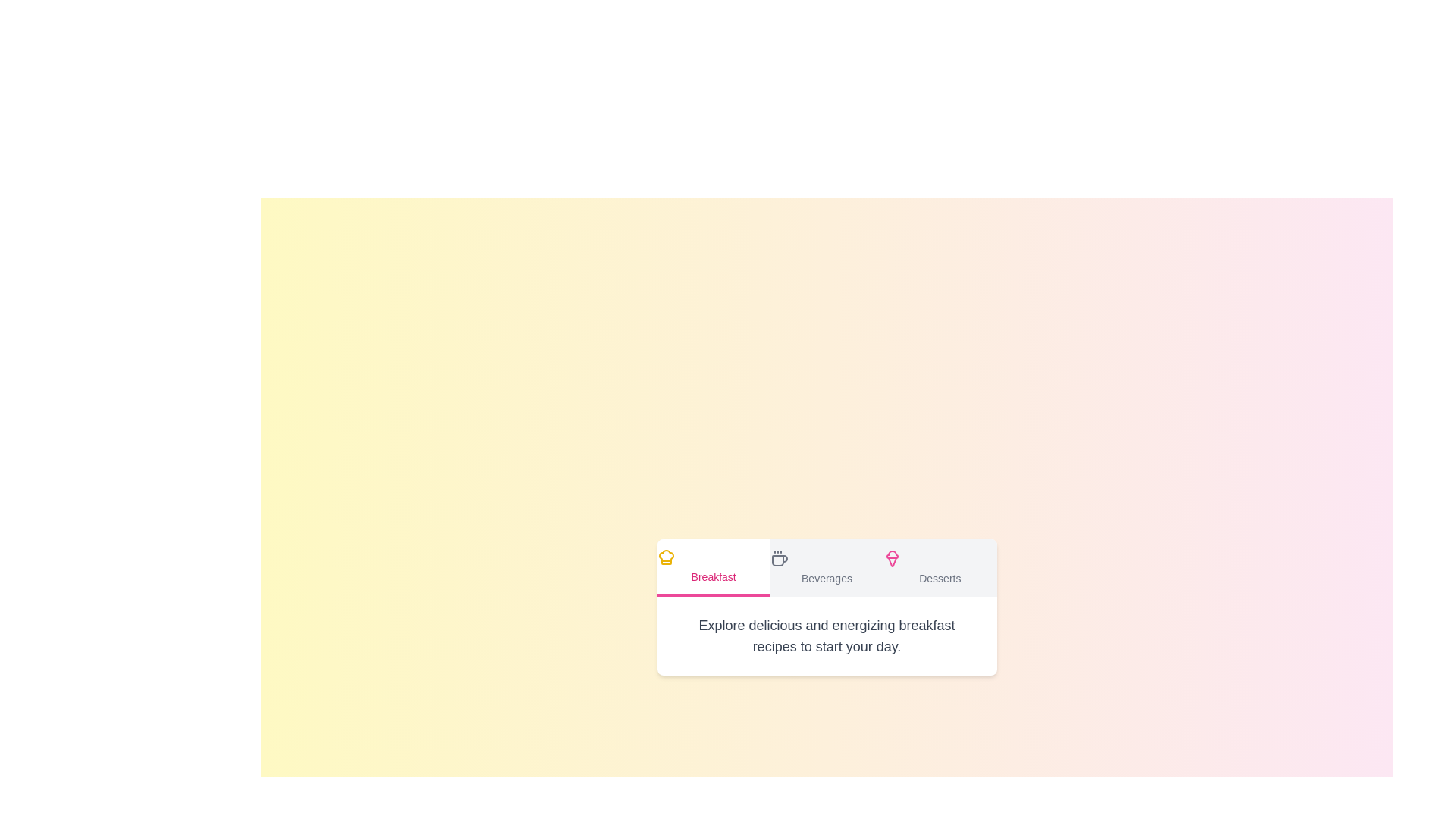 Image resolution: width=1456 pixels, height=819 pixels. I want to click on the tab labeled Desserts to display its content, so click(938, 567).